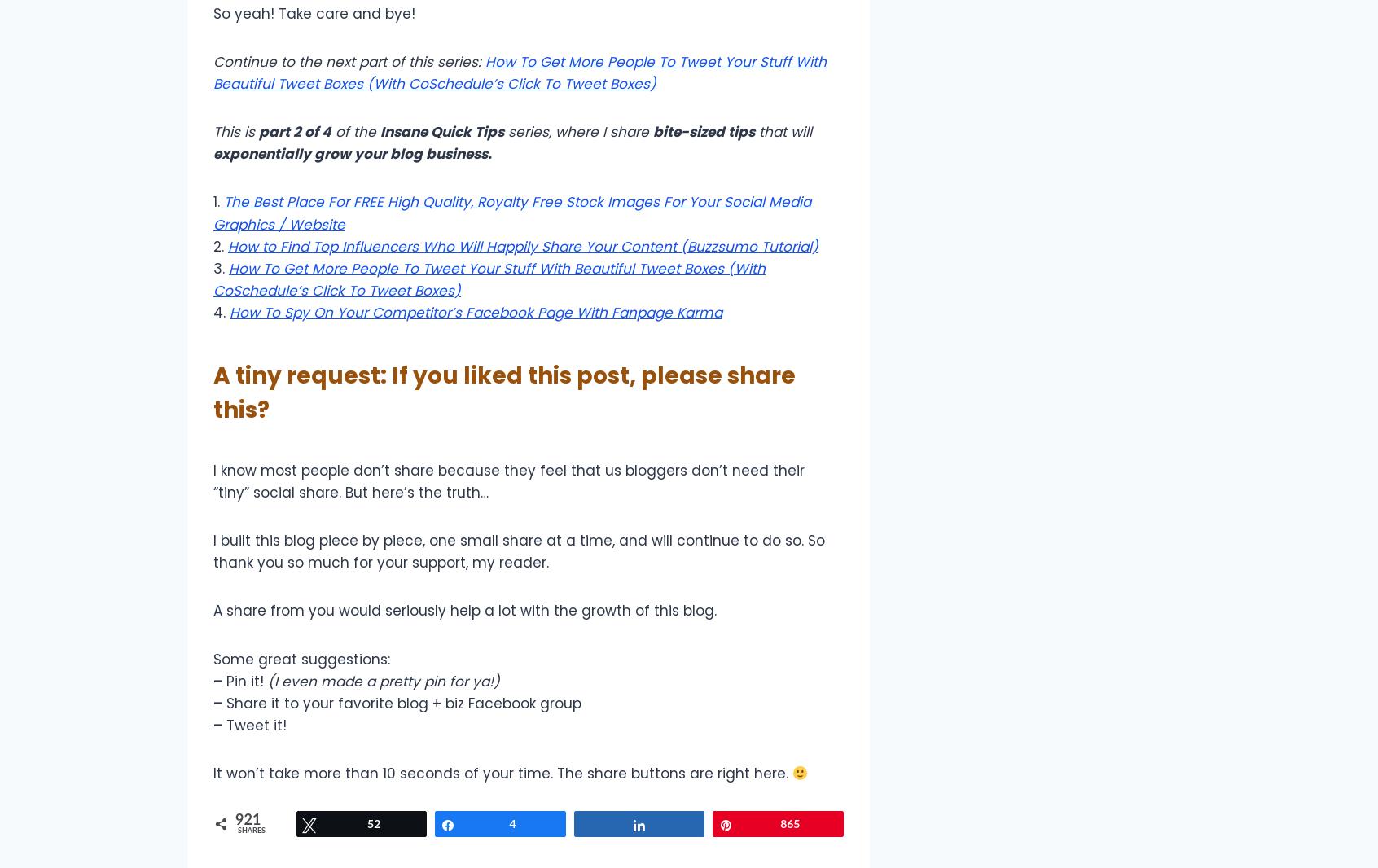  What do you see at coordinates (301, 658) in the screenshot?
I see `'Some great suggestions:'` at bounding box center [301, 658].